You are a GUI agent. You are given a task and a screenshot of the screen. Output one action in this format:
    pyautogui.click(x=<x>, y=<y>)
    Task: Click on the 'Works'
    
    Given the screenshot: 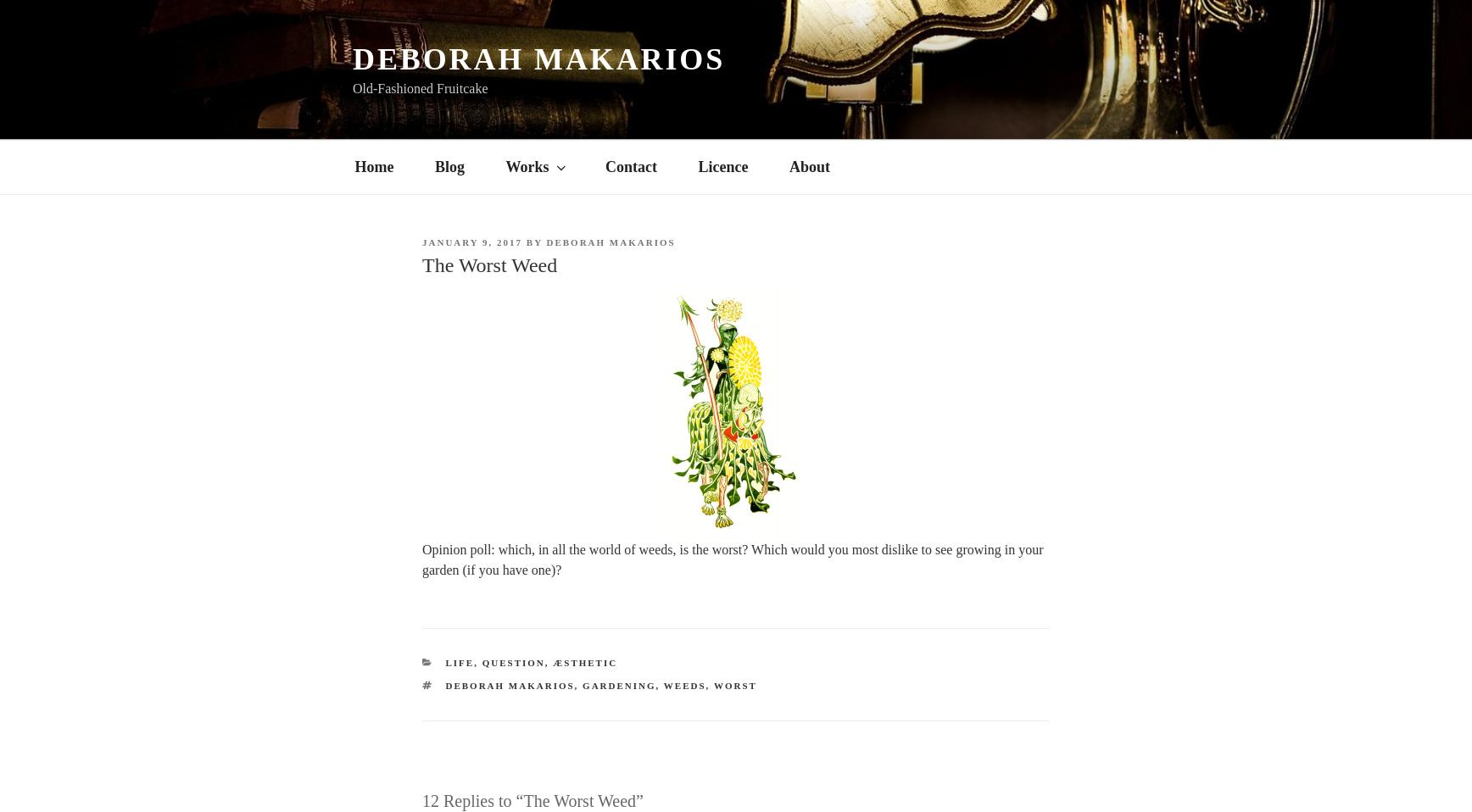 What is the action you would take?
    pyautogui.click(x=527, y=165)
    